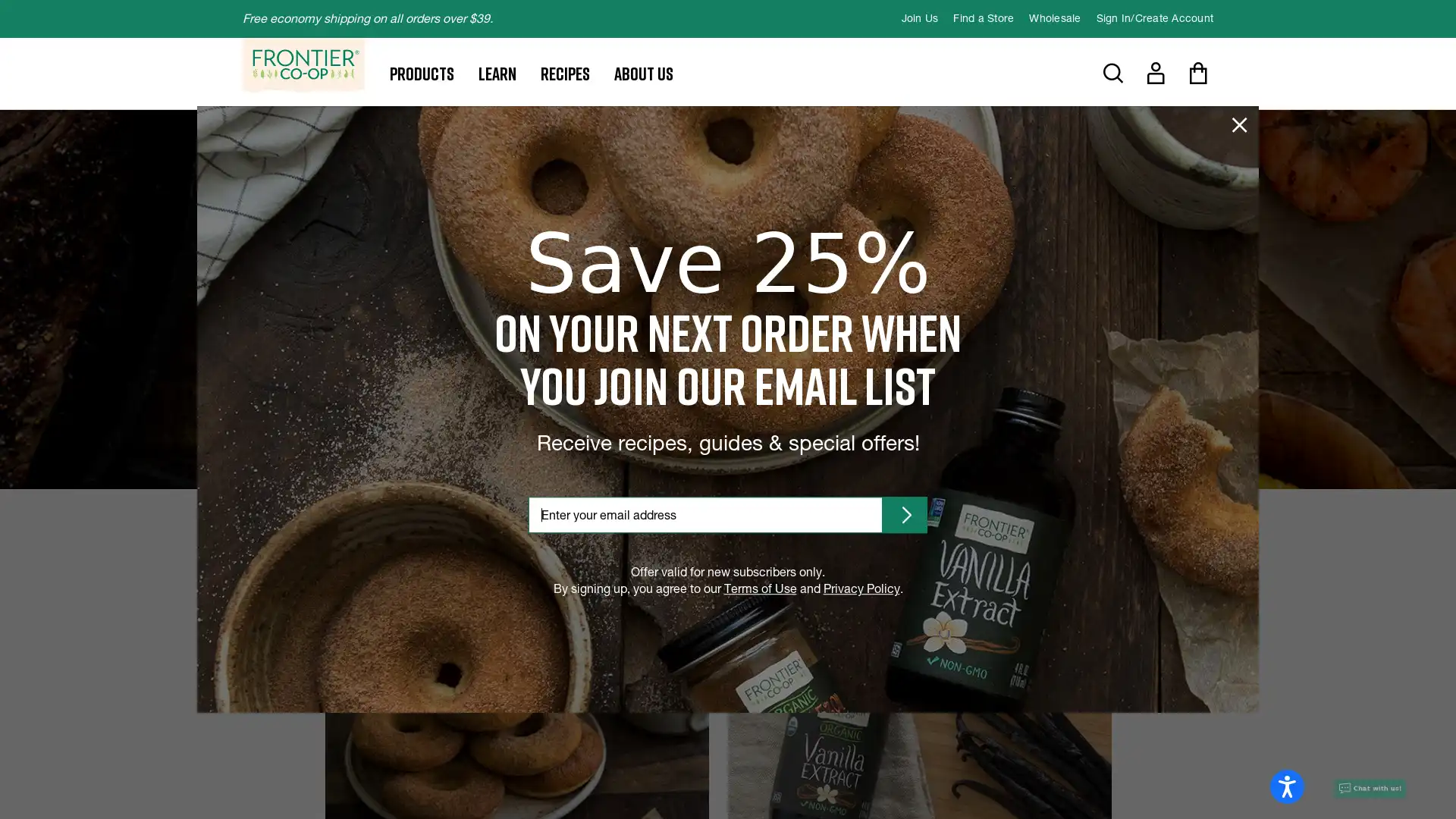 Image resolution: width=1456 pixels, height=819 pixels. I want to click on Chat with us!, so click(1369, 788).